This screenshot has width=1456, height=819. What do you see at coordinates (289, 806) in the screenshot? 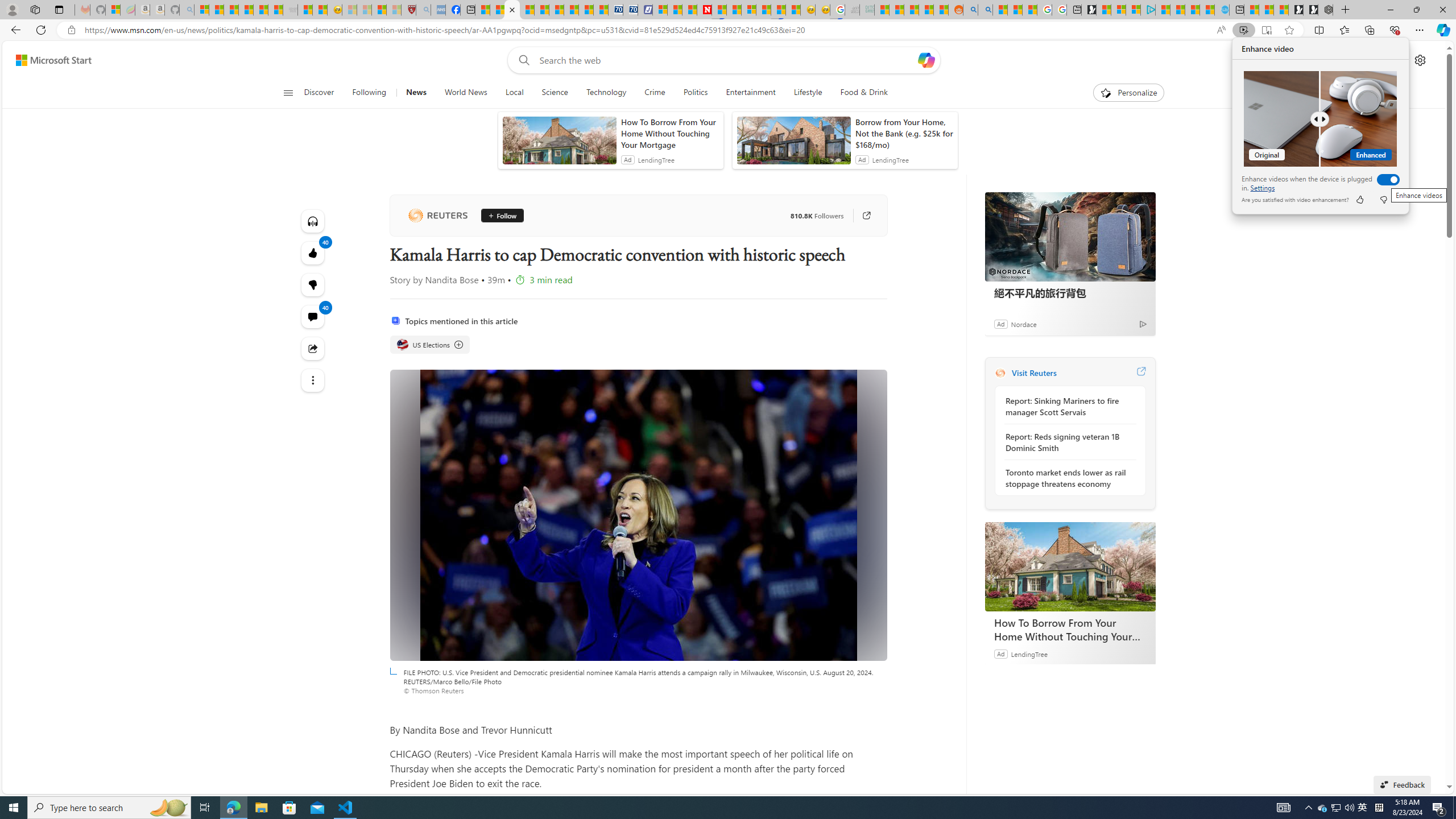
I see `'Microsoft Store'` at bounding box center [289, 806].